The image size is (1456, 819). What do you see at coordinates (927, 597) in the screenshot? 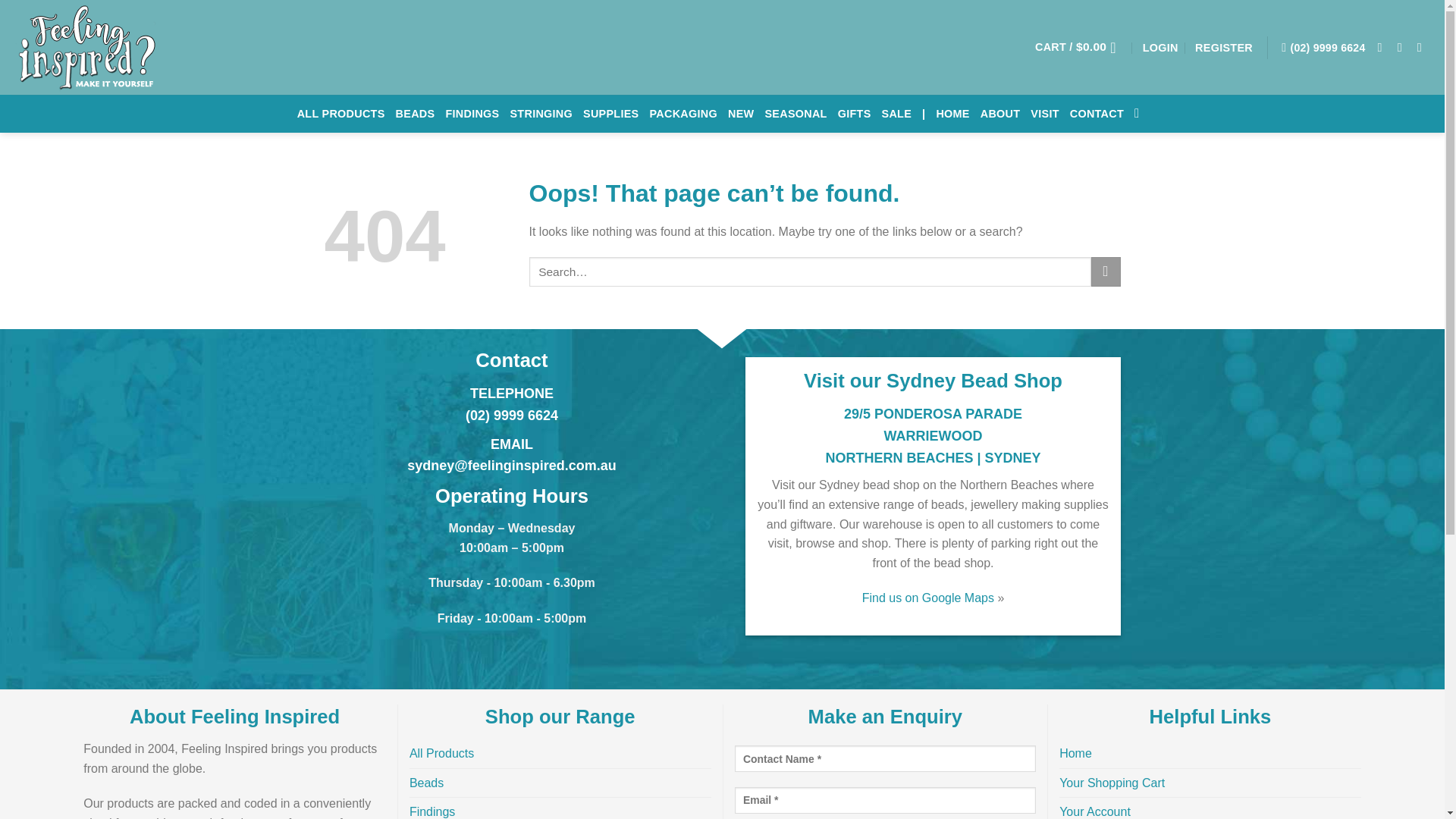
I see `'Find us on Google Maps'` at bounding box center [927, 597].